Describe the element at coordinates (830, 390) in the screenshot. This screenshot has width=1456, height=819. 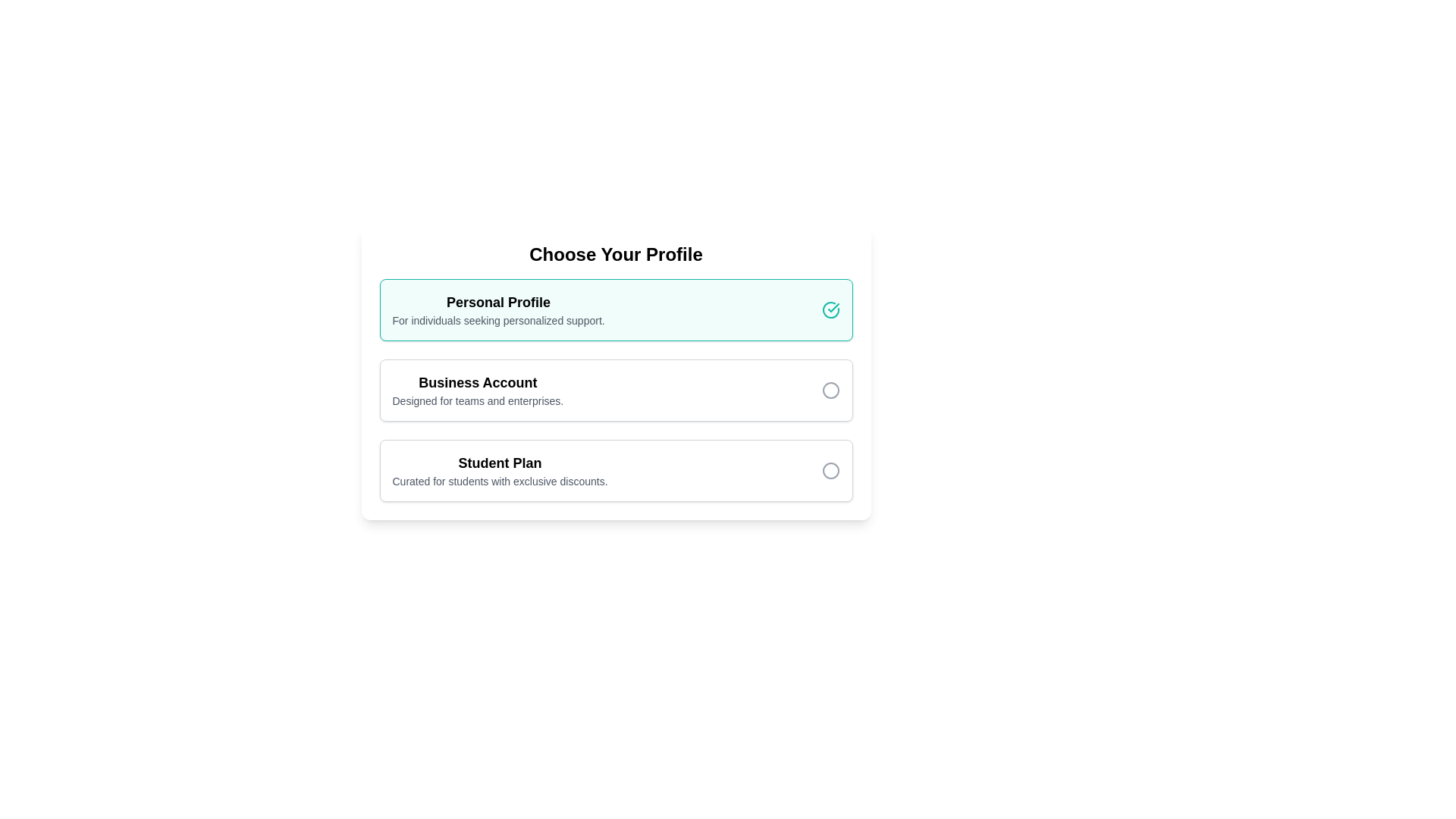
I see `the circular radio button with a thick border that is hollow and gray, located at the far-right end of the 'Business Account' option card` at that location.